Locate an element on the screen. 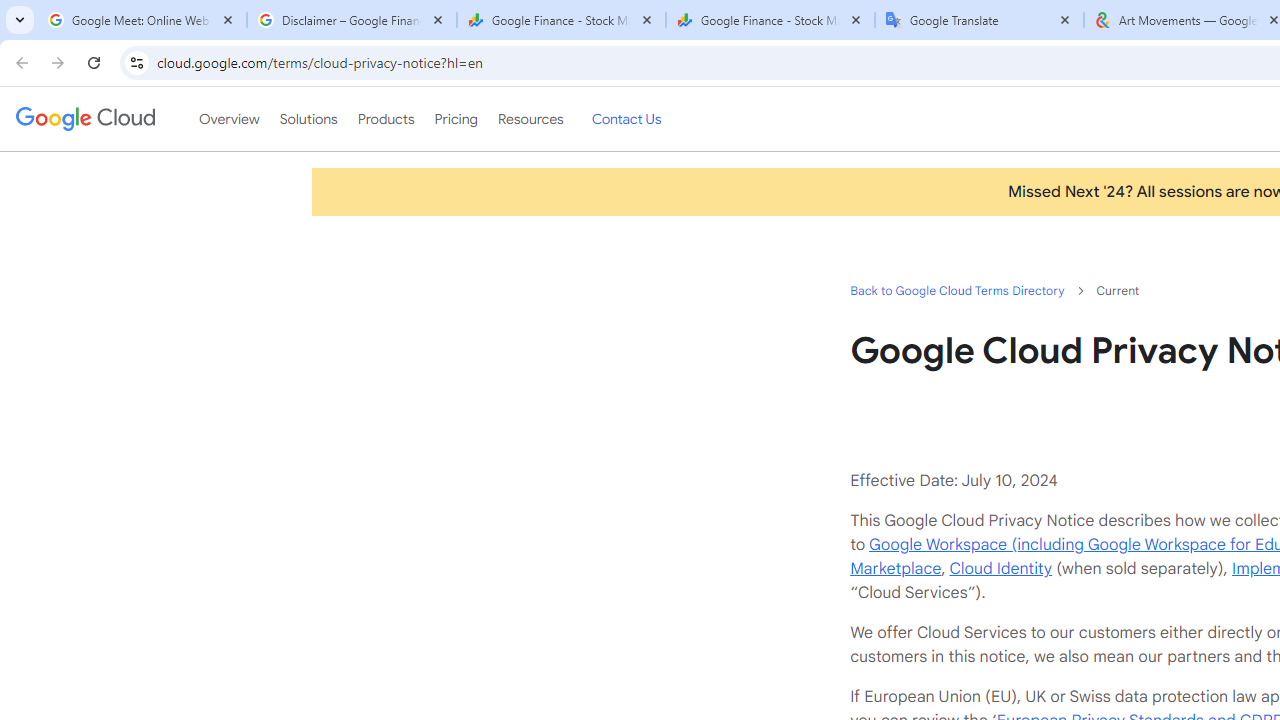 This screenshot has height=720, width=1280. 'Google Cloud' is located at coordinates (84, 119).